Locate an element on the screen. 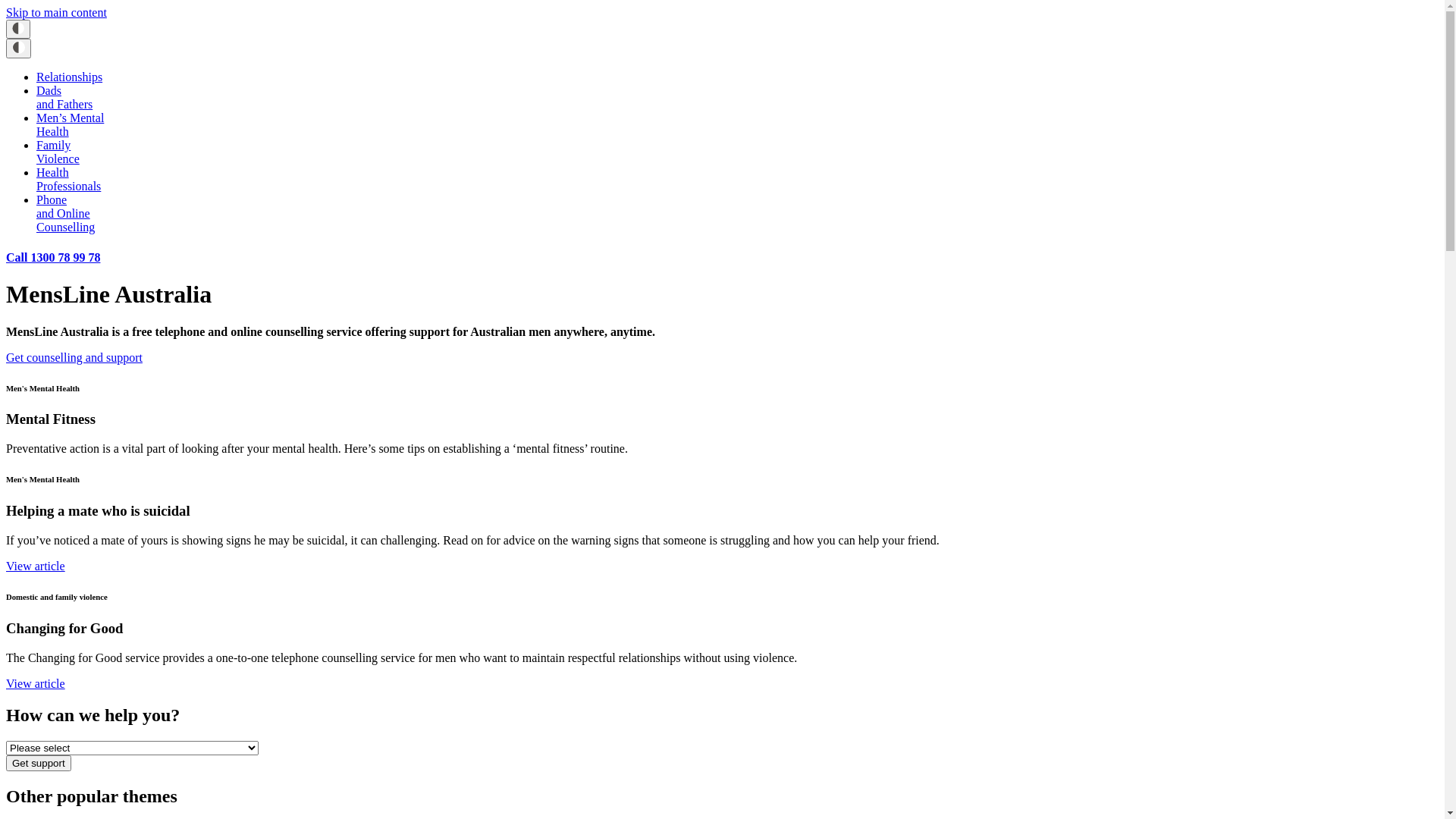 Image resolution: width=1456 pixels, height=819 pixels. 'Toggle High Contrast icon' is located at coordinates (6, 29).